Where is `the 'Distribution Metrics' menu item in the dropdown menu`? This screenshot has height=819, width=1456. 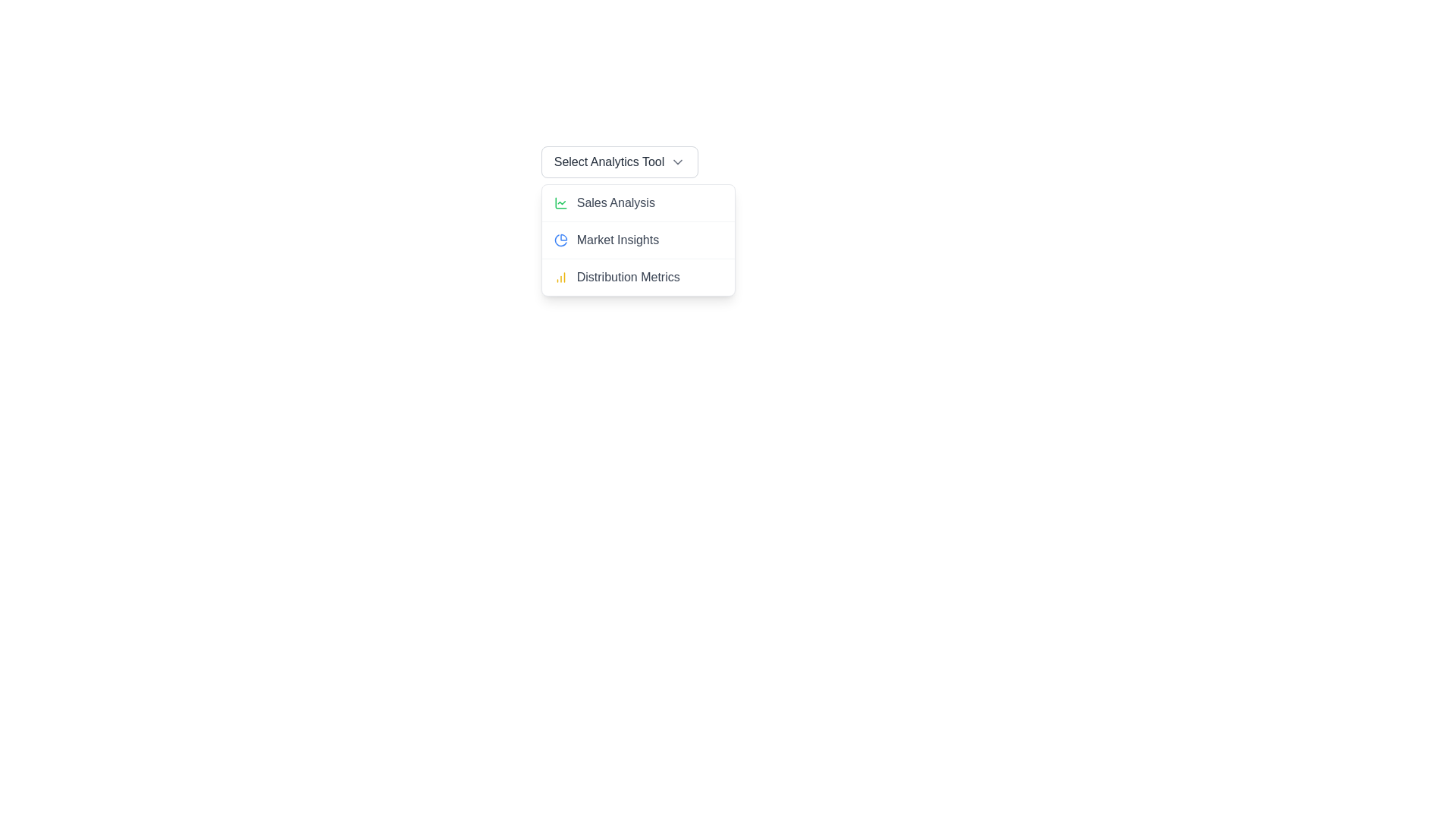
the 'Distribution Metrics' menu item in the dropdown menu is located at coordinates (638, 277).